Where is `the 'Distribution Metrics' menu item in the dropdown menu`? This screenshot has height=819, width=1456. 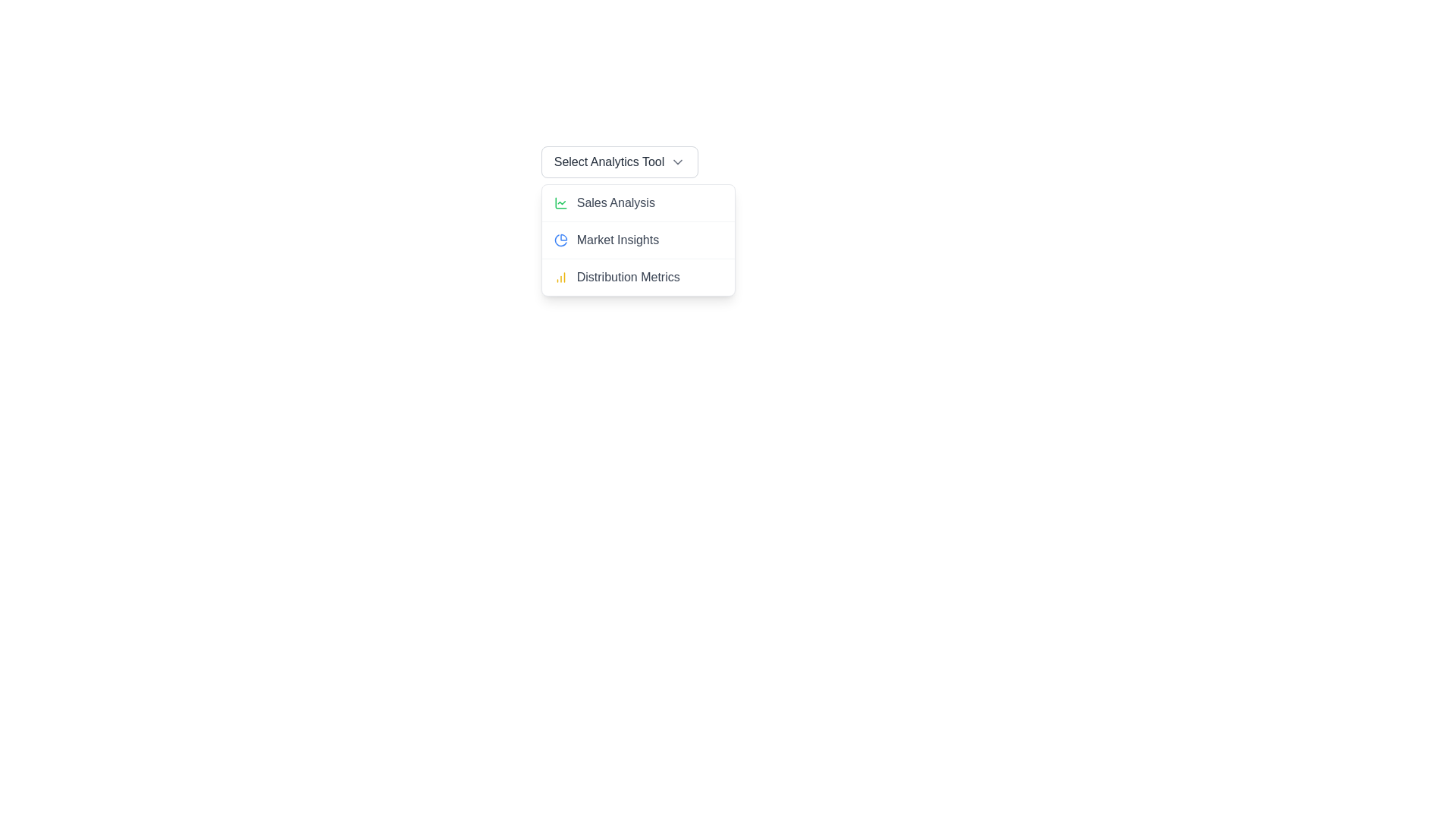
the 'Distribution Metrics' menu item in the dropdown menu is located at coordinates (638, 277).